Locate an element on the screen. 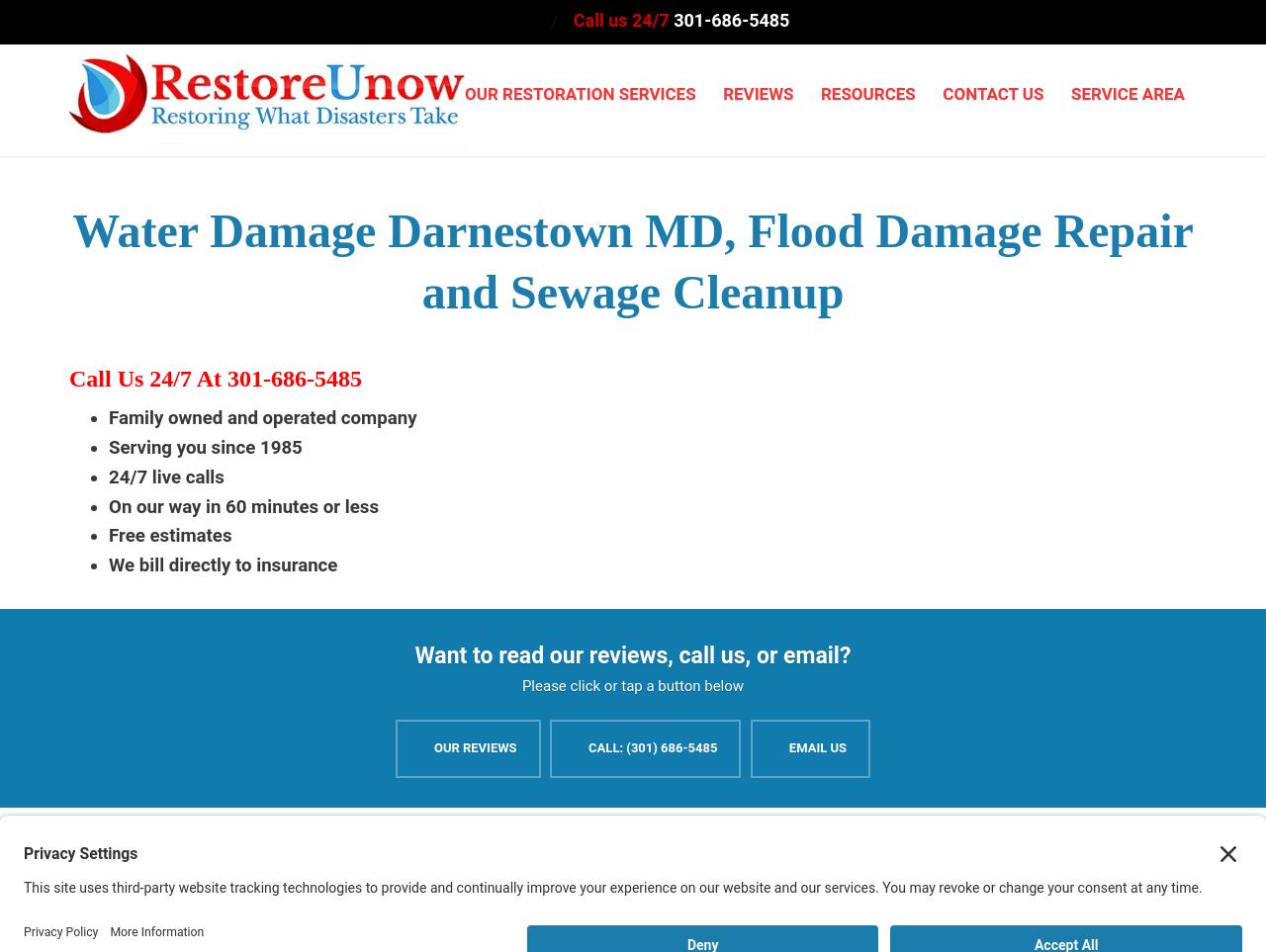  'Mold Removal' is located at coordinates (514, 454).